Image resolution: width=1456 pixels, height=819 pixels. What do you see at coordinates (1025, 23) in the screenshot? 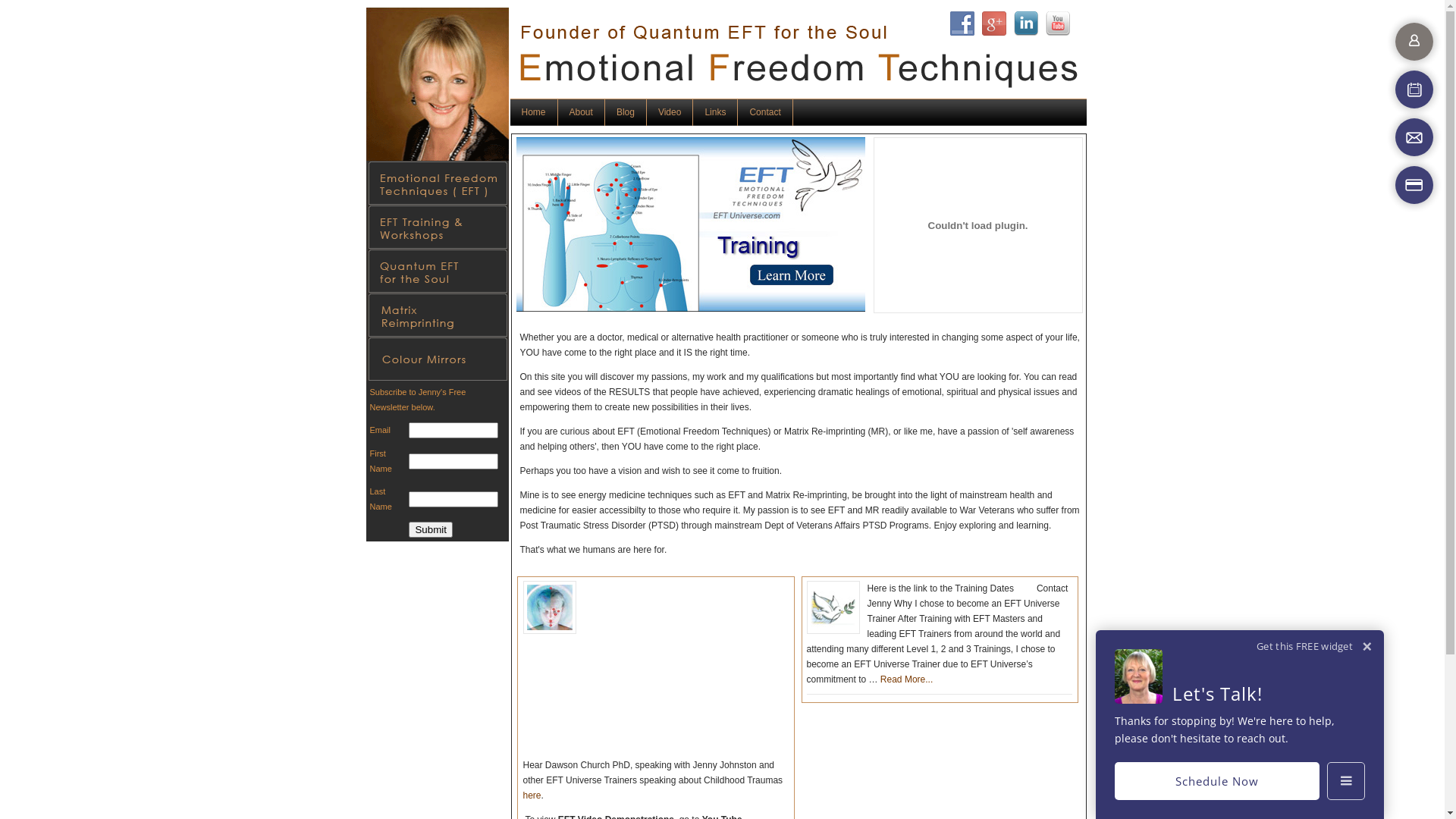
I see `' LinkedIn'` at bounding box center [1025, 23].